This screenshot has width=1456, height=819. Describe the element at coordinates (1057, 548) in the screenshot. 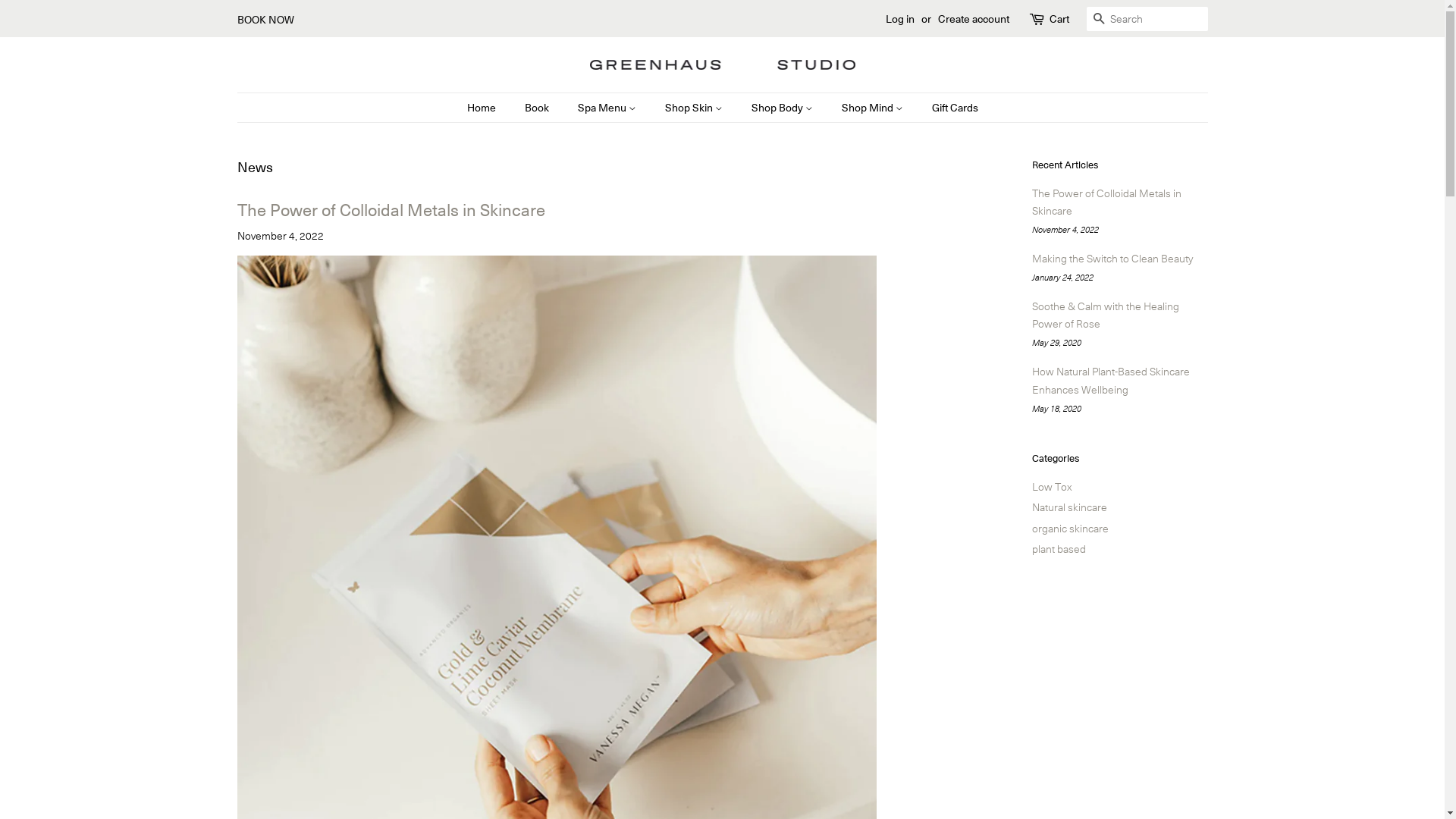

I see `'plant based'` at that location.